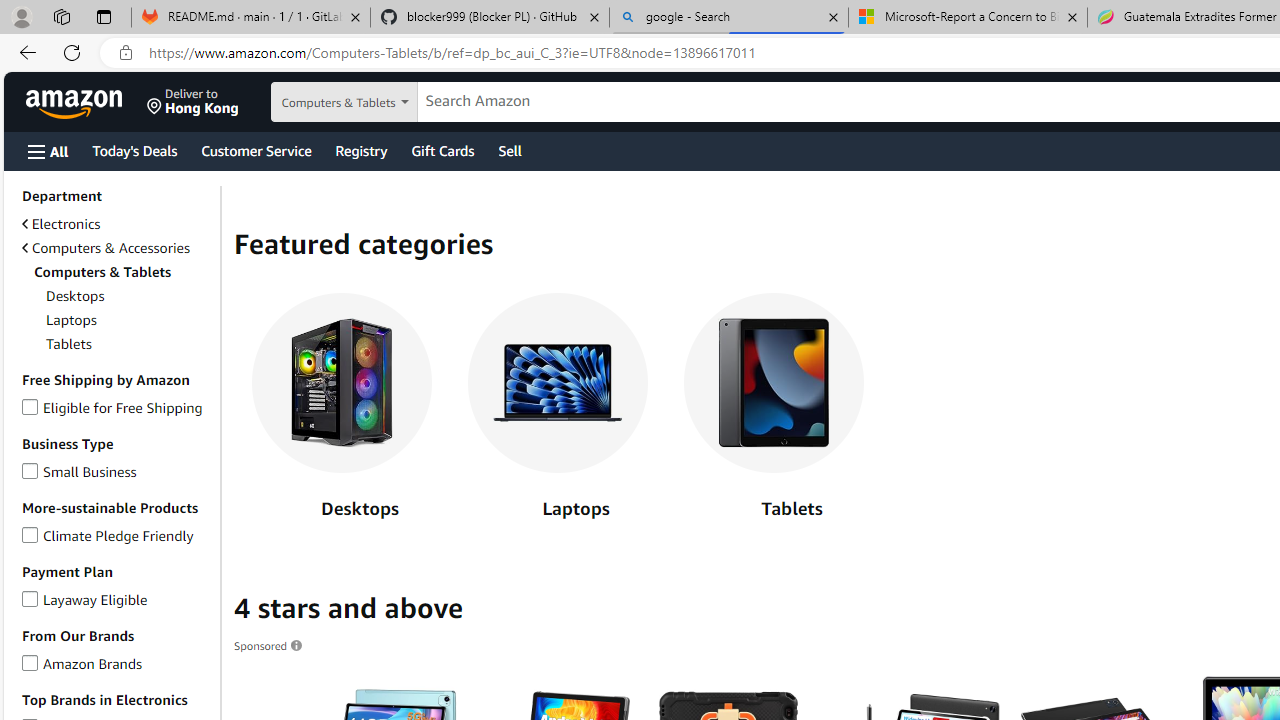 This screenshot has width=1280, height=720. What do you see at coordinates (116, 247) in the screenshot?
I see `'Computers & Accessories'` at bounding box center [116, 247].